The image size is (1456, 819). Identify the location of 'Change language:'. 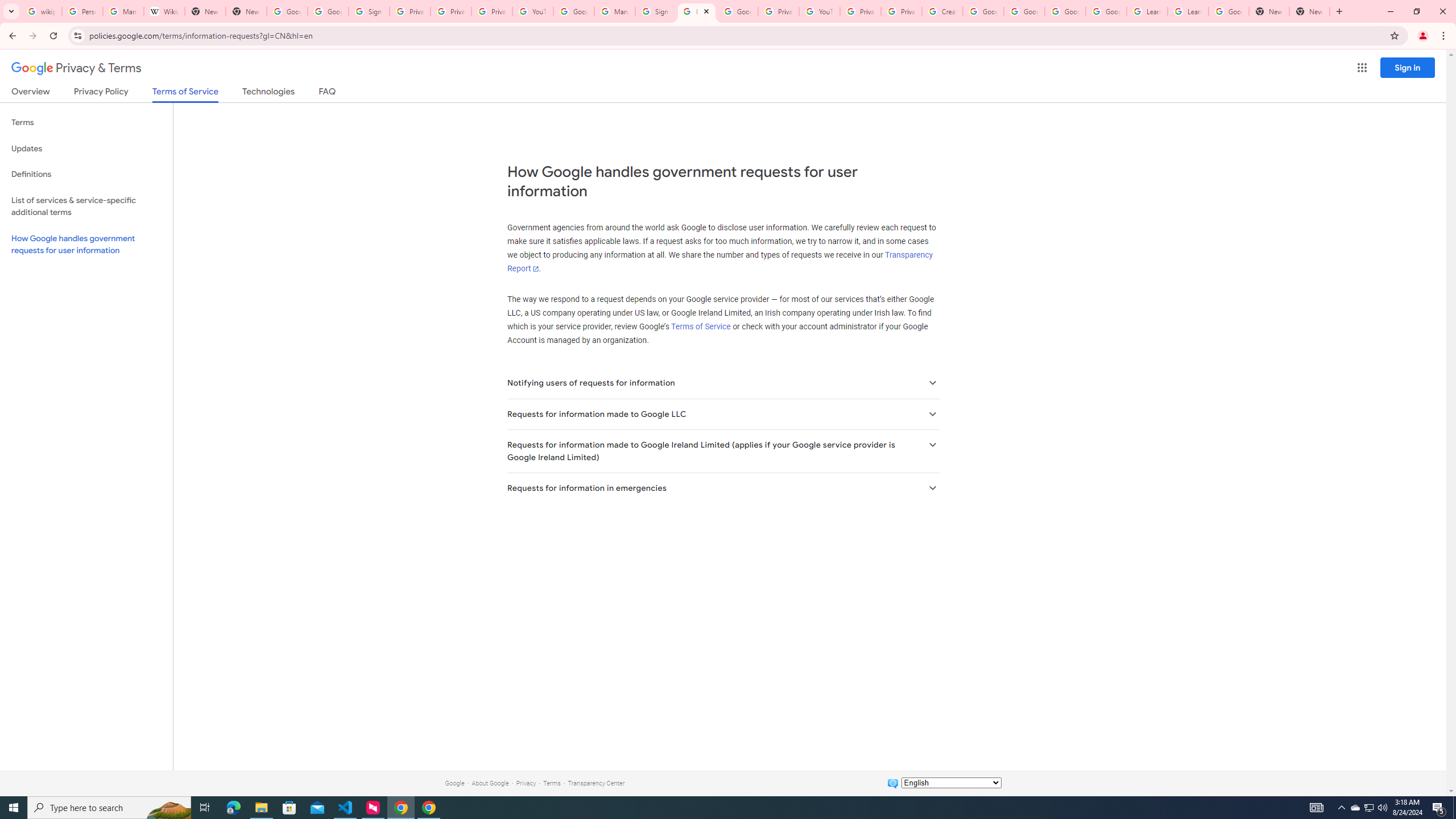
(950, 781).